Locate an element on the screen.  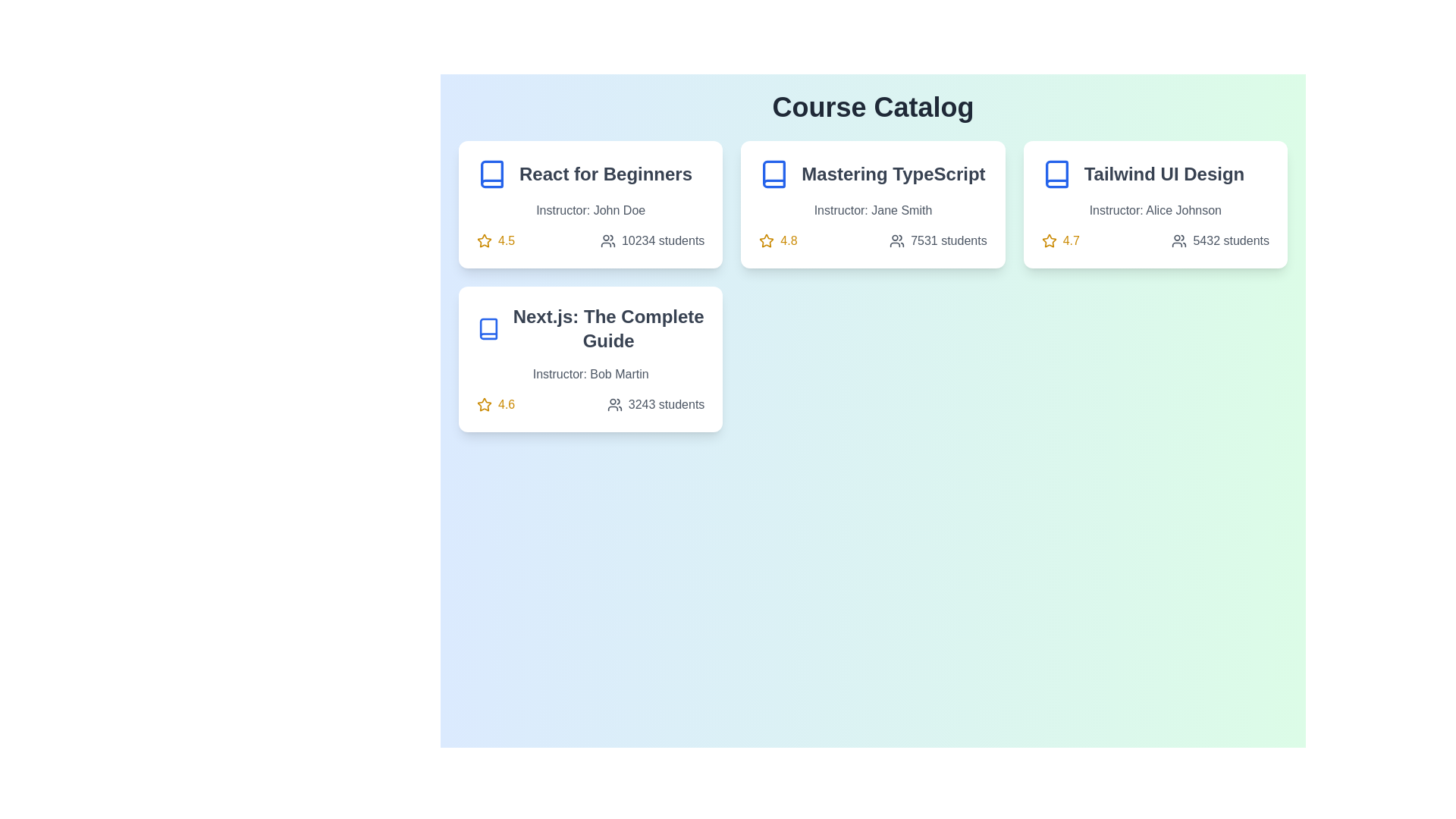
the instructor name text element in the 'Mastering TypeScript' card, which is located below the title and above the student count is located at coordinates (873, 210).